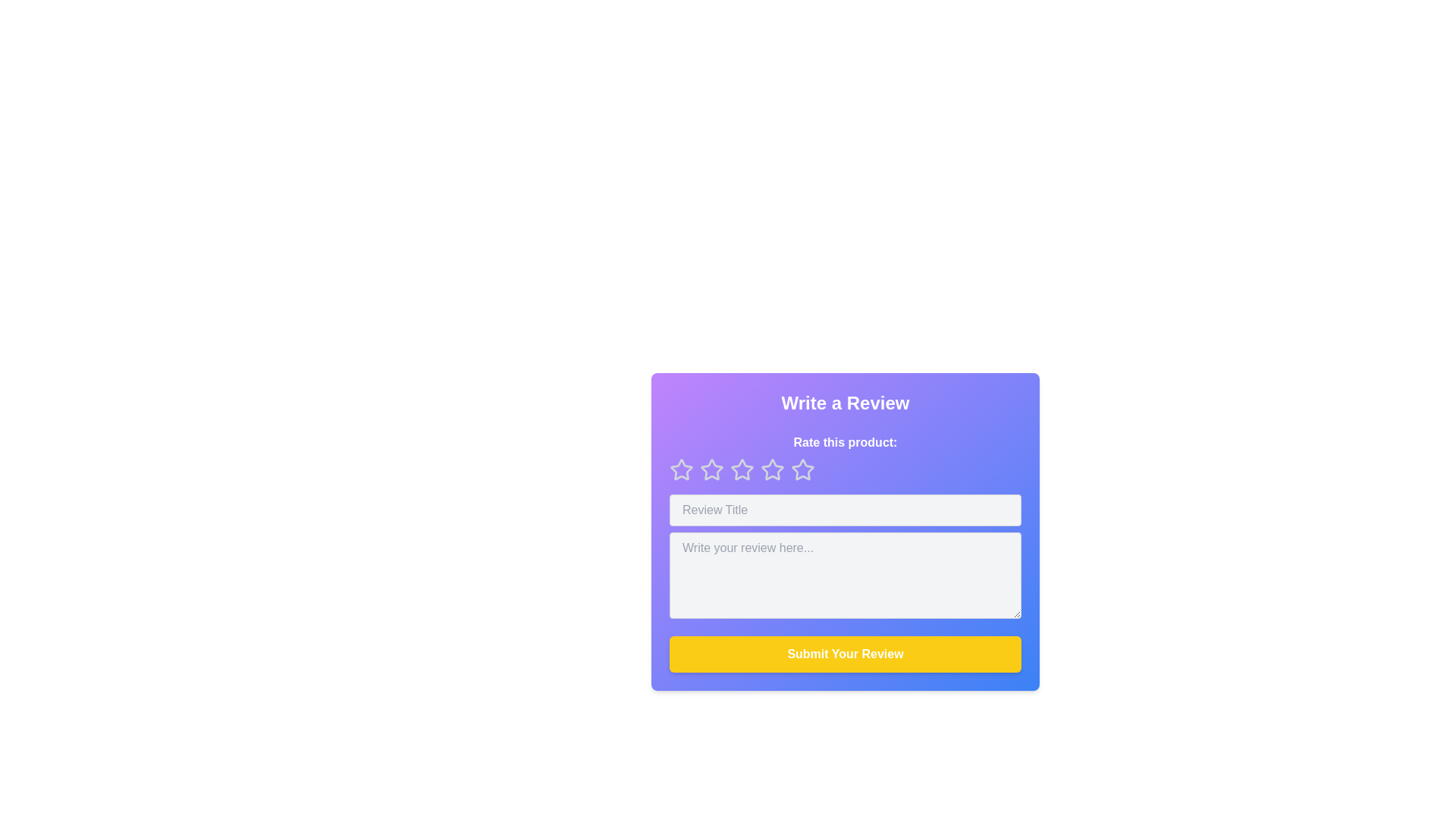 This screenshot has height=819, width=1456. I want to click on the third star icon in the horizontal rating system to rate it, so click(742, 469).